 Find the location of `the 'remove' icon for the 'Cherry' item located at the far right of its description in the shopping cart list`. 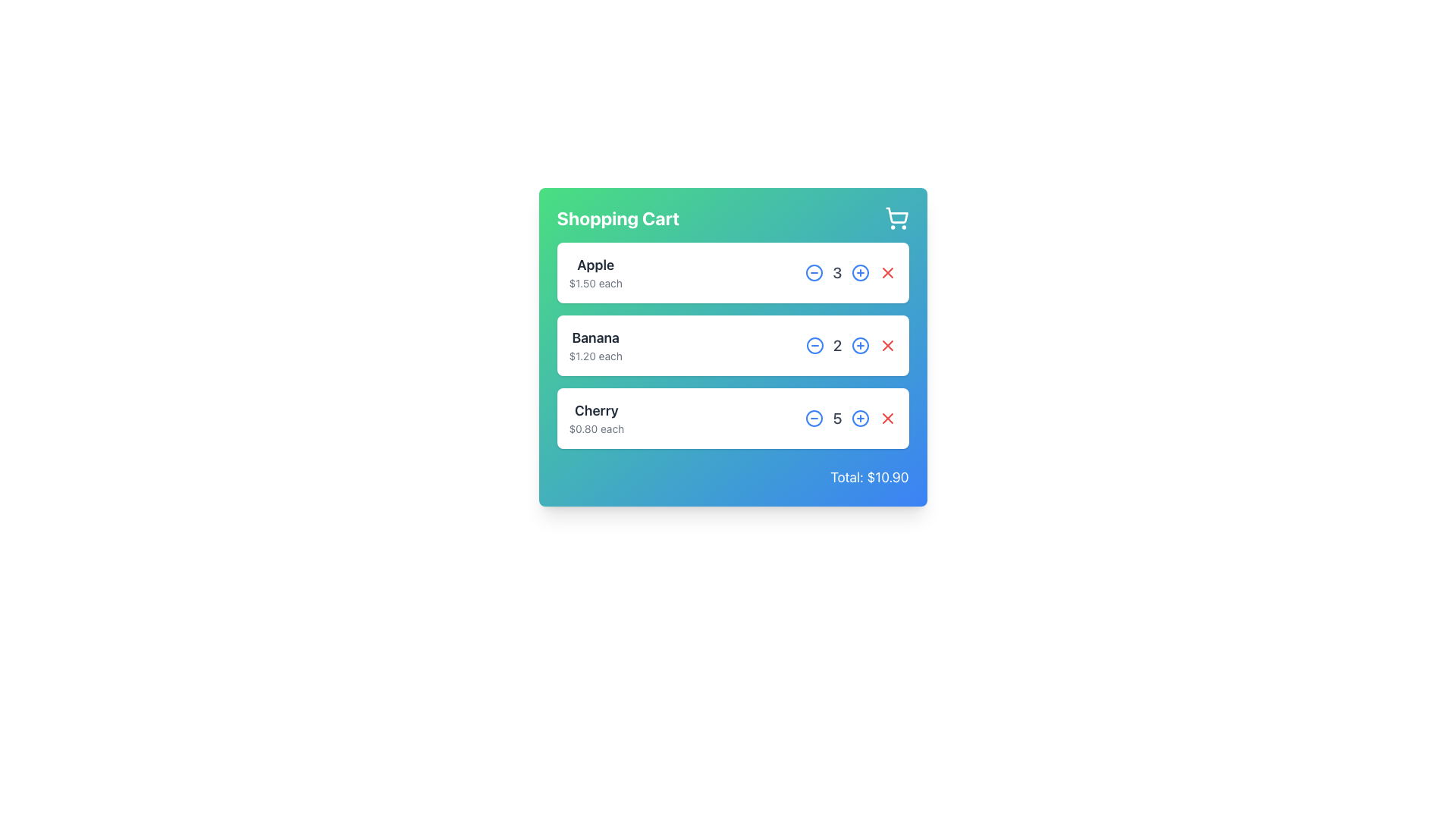

the 'remove' icon for the 'Cherry' item located at the far right of its description in the shopping cart list is located at coordinates (887, 418).